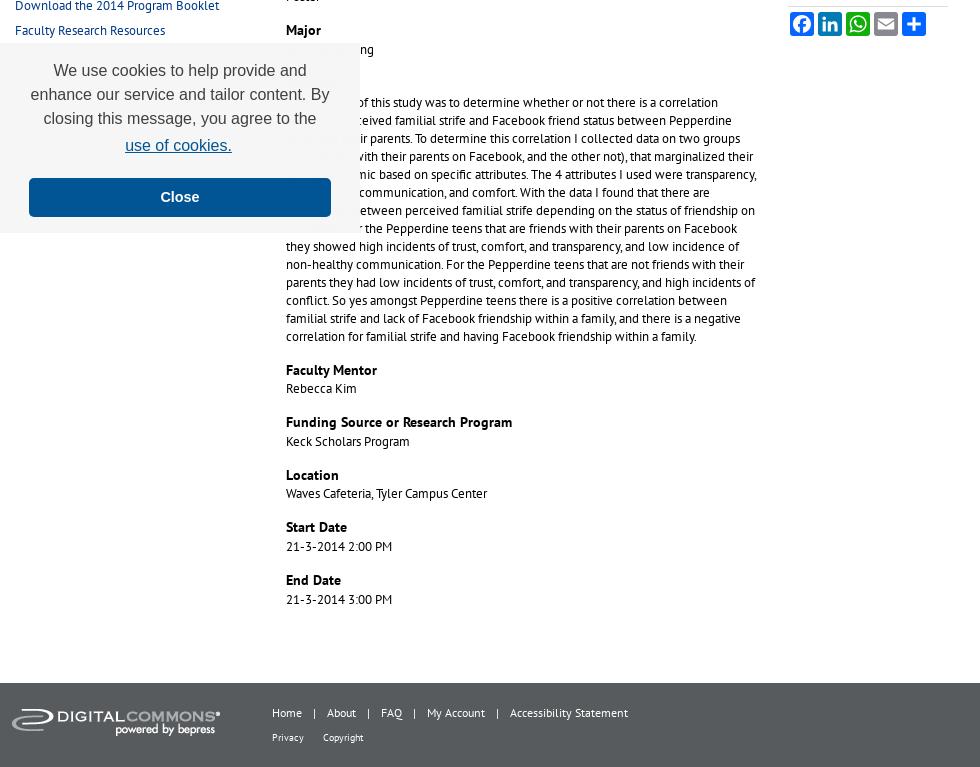 The image size is (980, 767). What do you see at coordinates (316, 527) in the screenshot?
I see `'Start Date'` at bounding box center [316, 527].